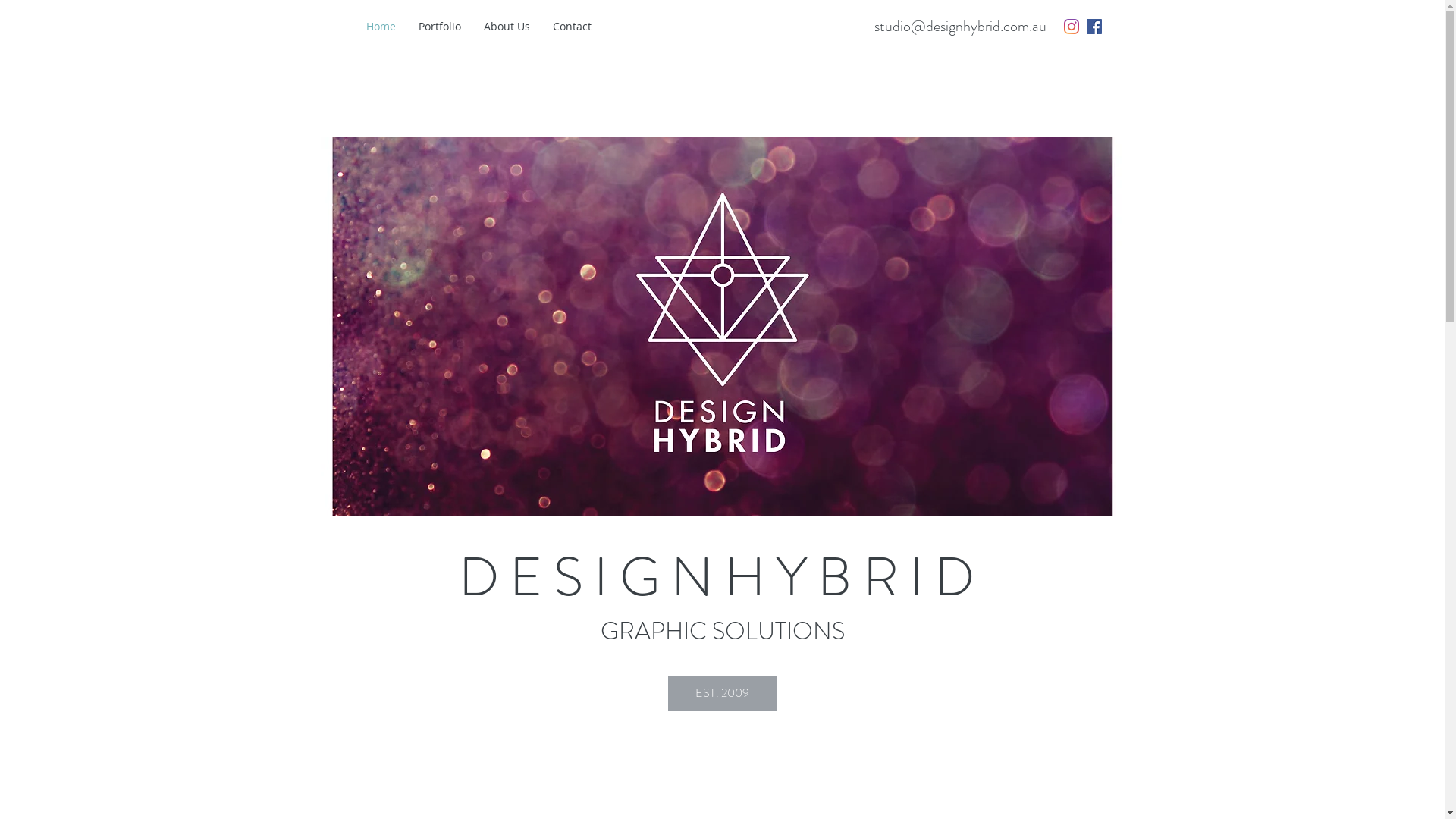 The image size is (1456, 819). What do you see at coordinates (959, 26) in the screenshot?
I see `'studio@designhybrid.com.au'` at bounding box center [959, 26].